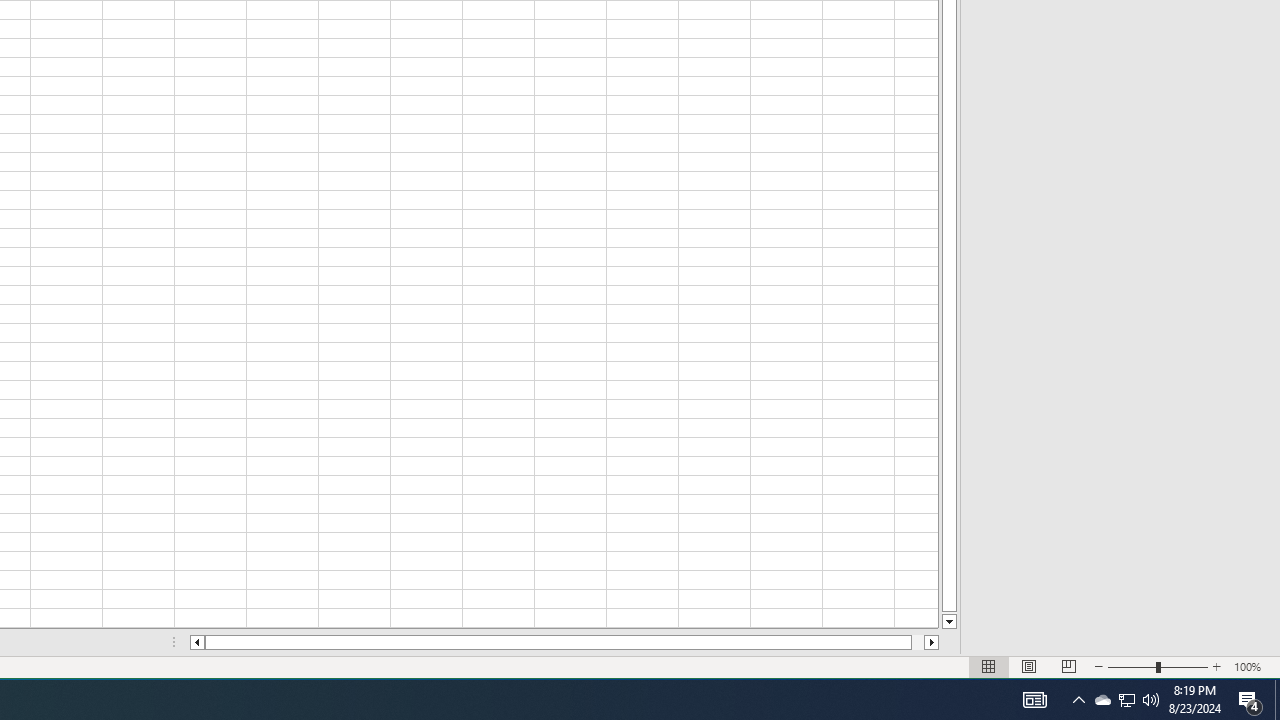 The height and width of the screenshot is (720, 1280). I want to click on 'Normal', so click(988, 667).